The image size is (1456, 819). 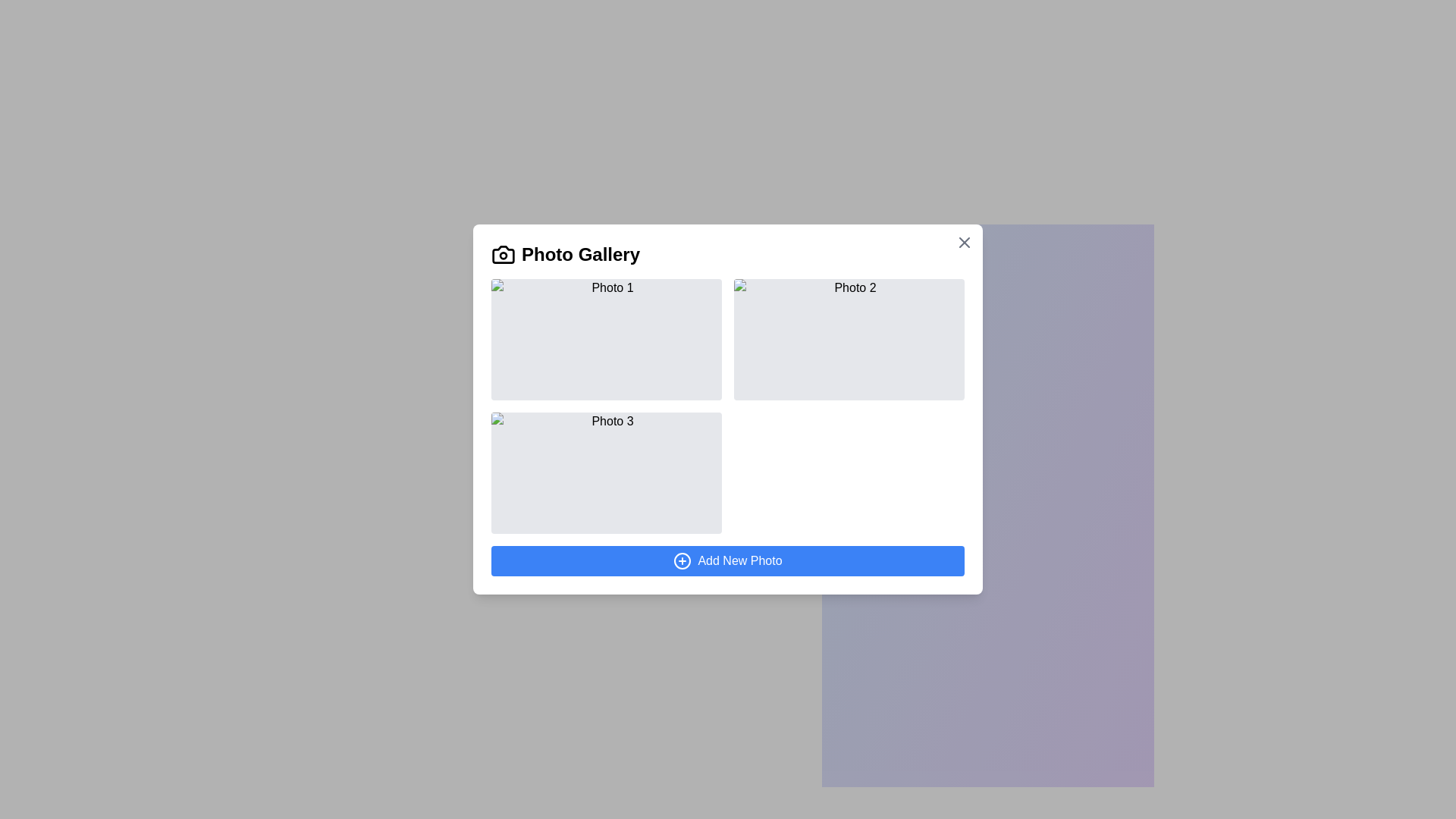 What do you see at coordinates (682, 561) in the screenshot?
I see `the plus sign icon within the 'Add New Photo' button located at the bottom of the 'Photo Gallery' pop-up panel` at bounding box center [682, 561].